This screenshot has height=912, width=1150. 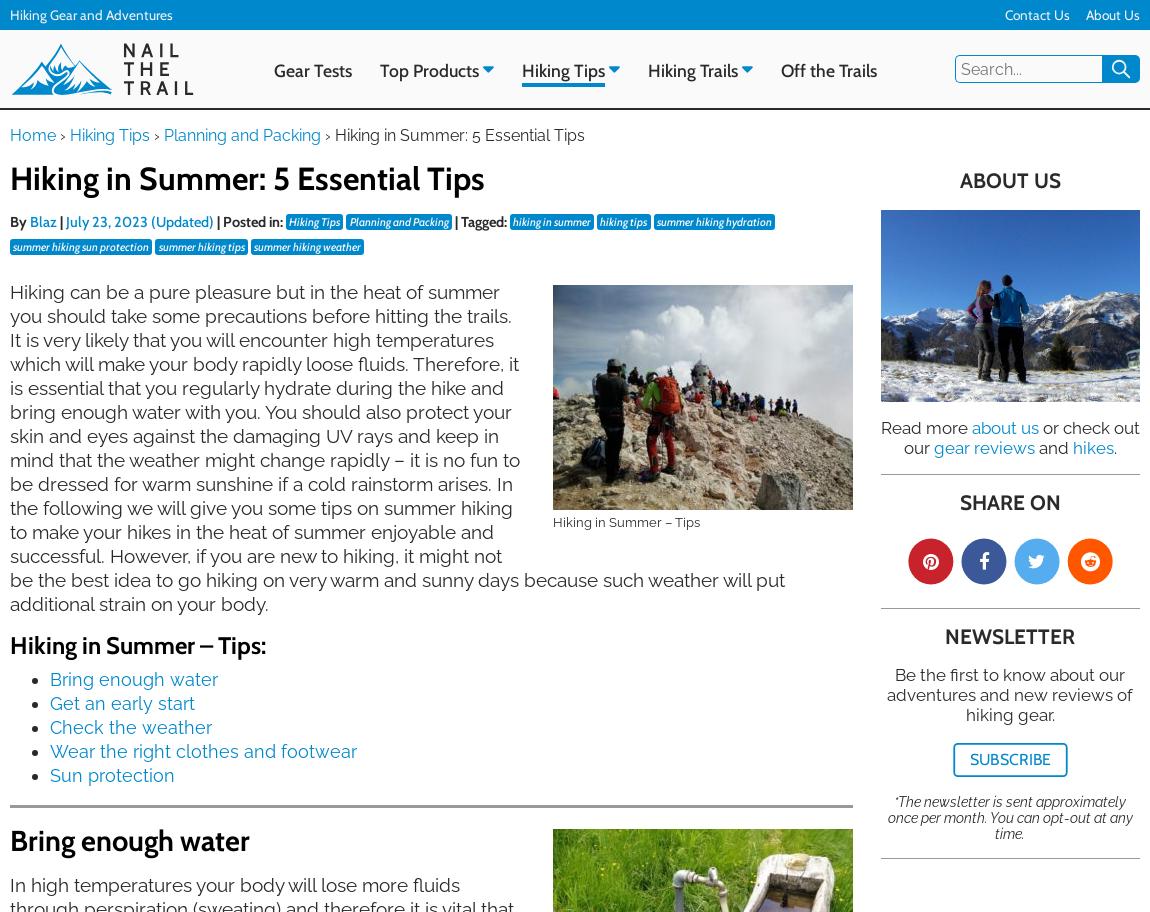 What do you see at coordinates (306, 246) in the screenshot?
I see `'summer hiking weather'` at bounding box center [306, 246].